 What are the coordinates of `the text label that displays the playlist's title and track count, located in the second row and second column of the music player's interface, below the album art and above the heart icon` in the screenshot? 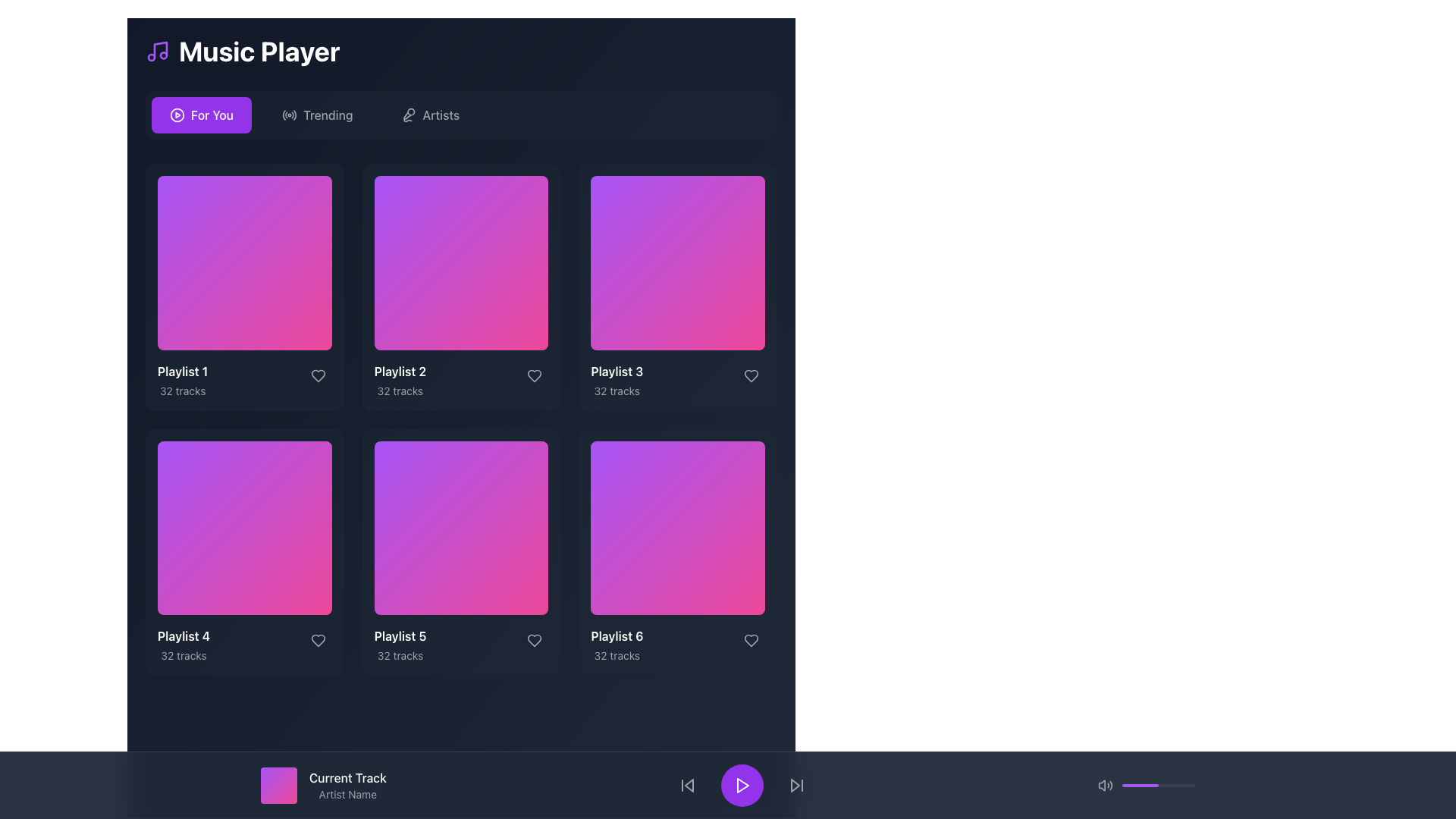 It's located at (400, 645).